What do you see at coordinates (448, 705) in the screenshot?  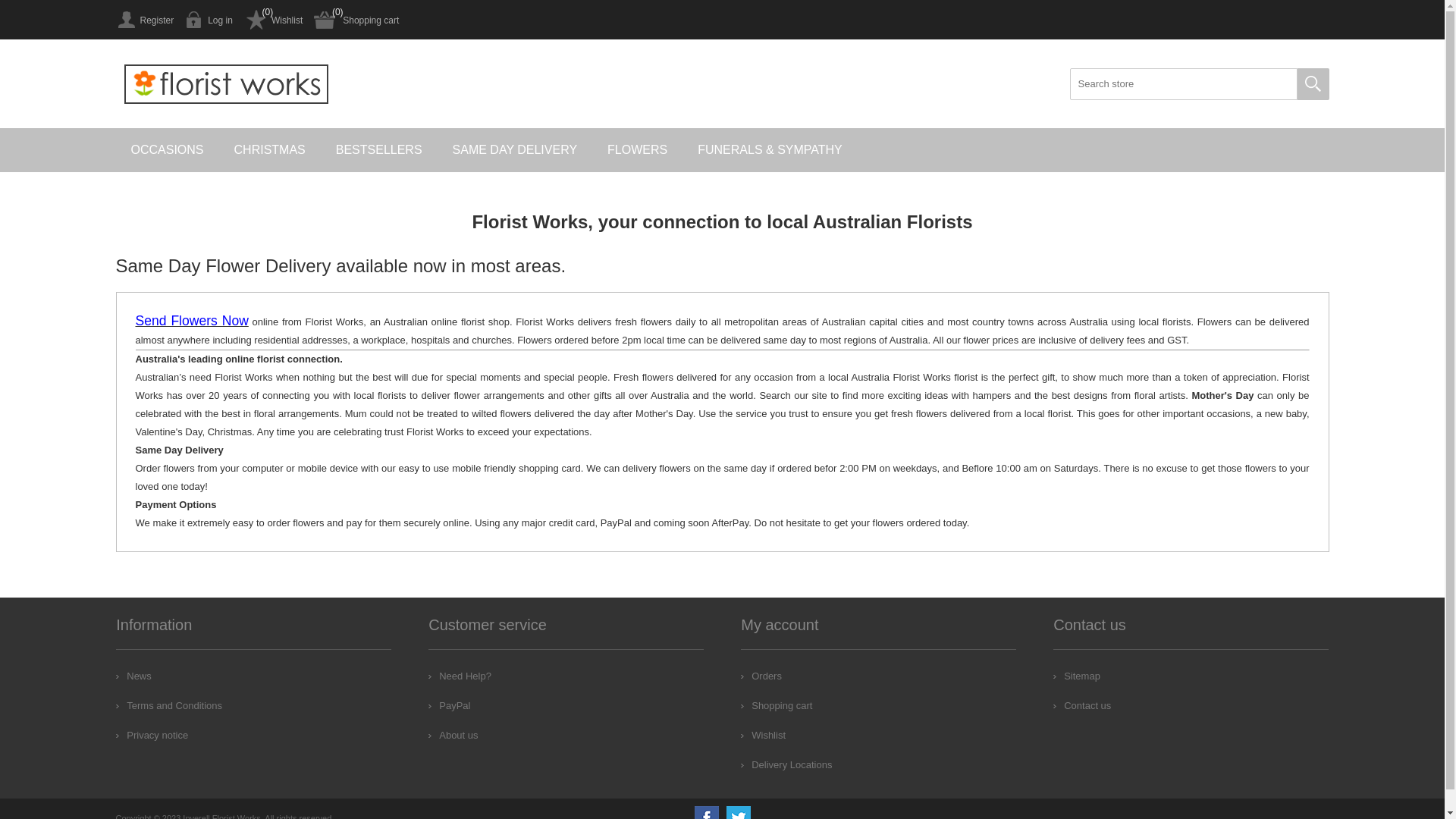 I see `'PayPal'` at bounding box center [448, 705].